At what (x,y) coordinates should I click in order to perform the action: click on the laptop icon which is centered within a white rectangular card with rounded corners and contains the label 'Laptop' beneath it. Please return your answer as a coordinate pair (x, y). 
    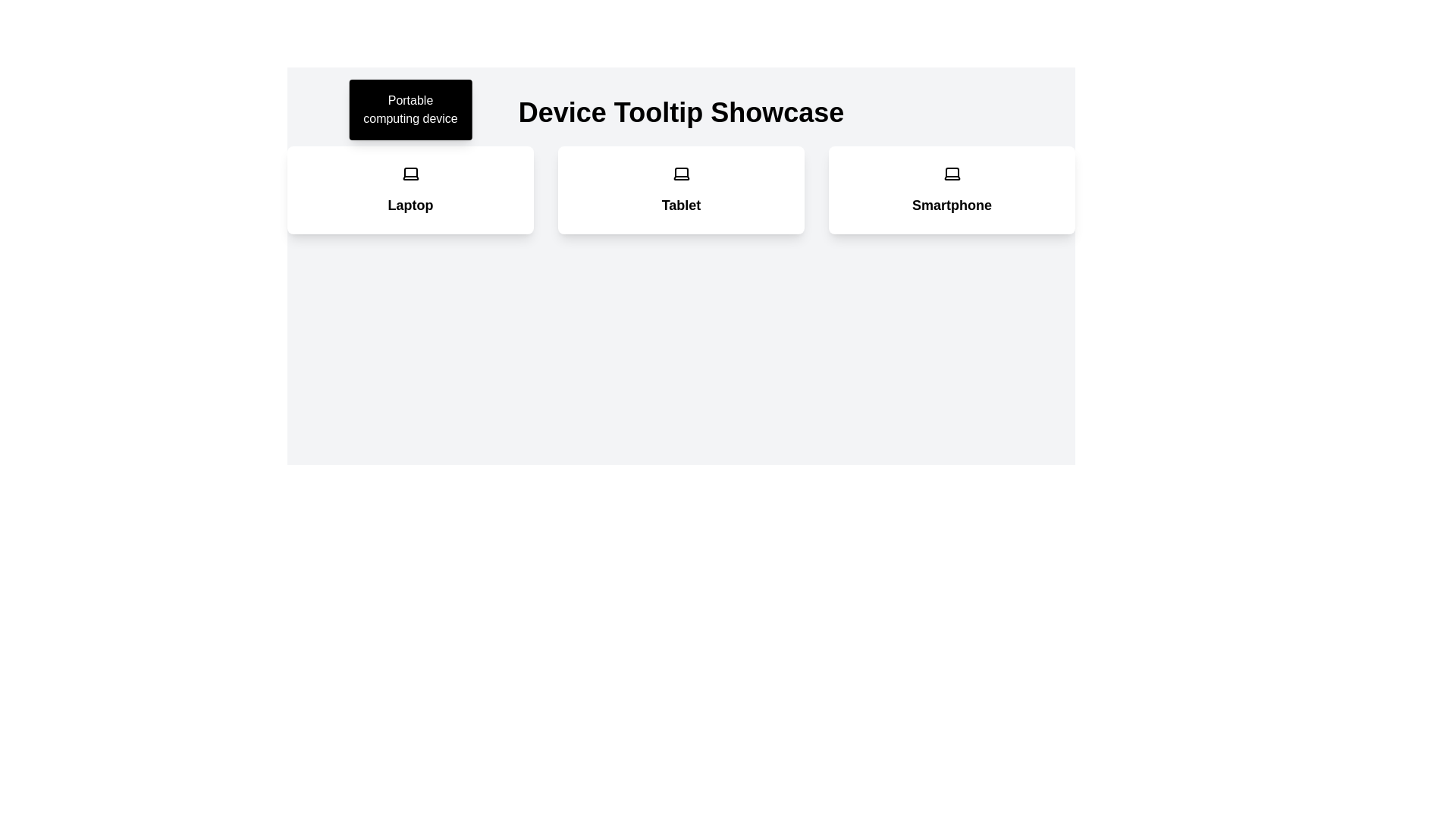
    Looking at the image, I should click on (410, 172).